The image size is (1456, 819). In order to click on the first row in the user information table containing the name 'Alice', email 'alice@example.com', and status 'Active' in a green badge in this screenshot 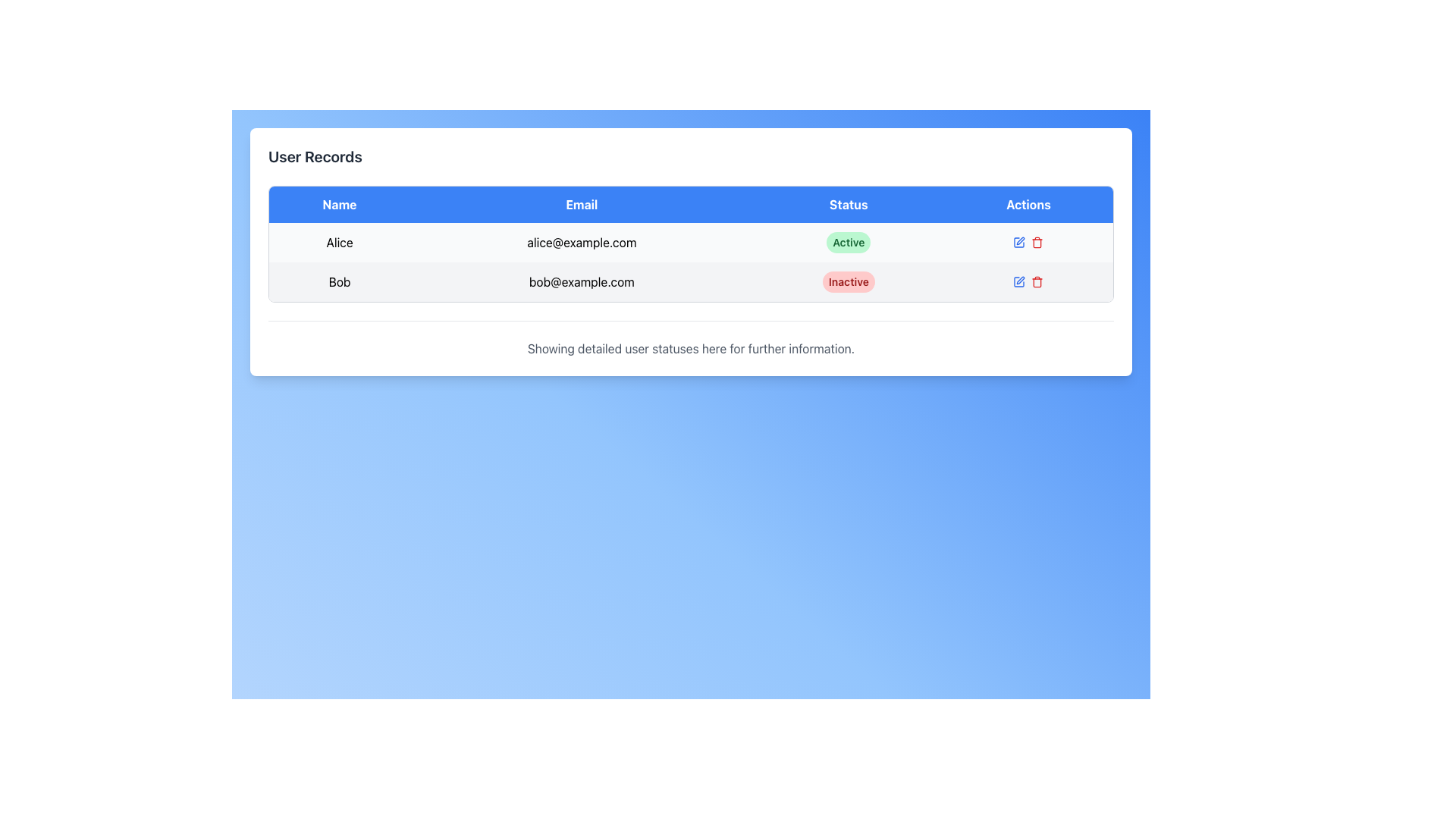, I will do `click(690, 242)`.